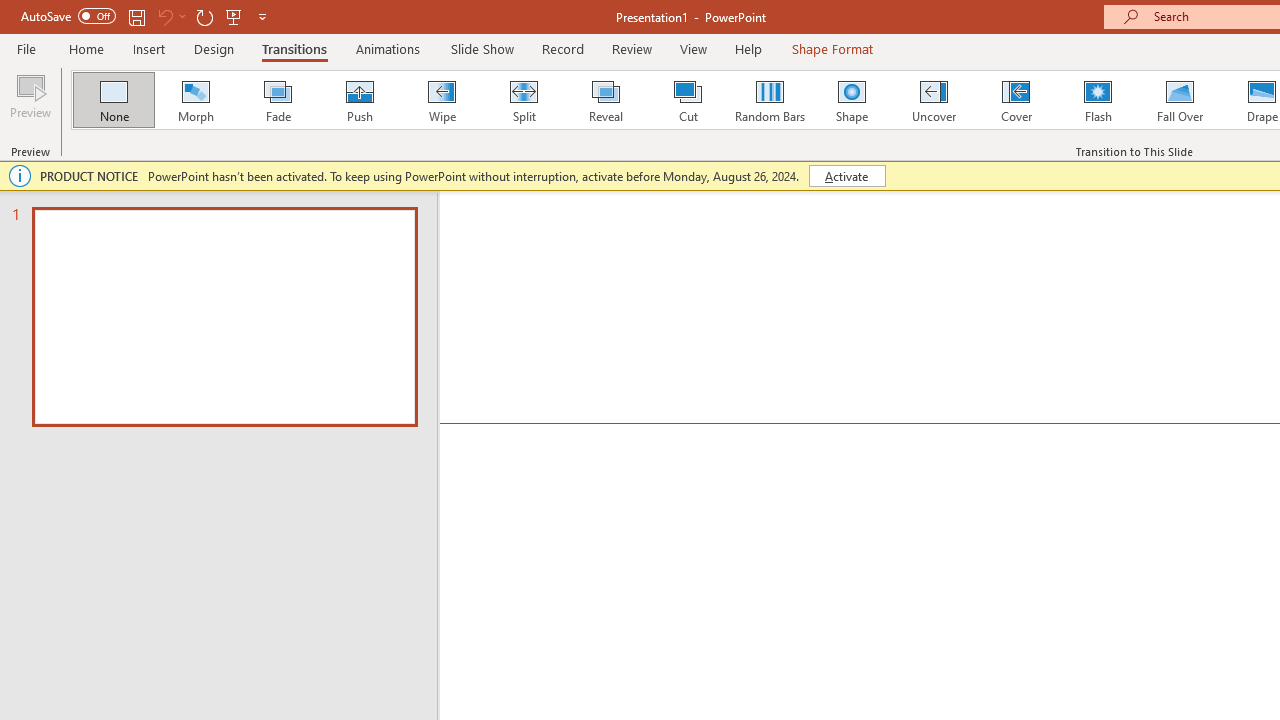 The height and width of the screenshot is (720, 1280). Describe the element at coordinates (847, 175) in the screenshot. I see `'Activate'` at that location.